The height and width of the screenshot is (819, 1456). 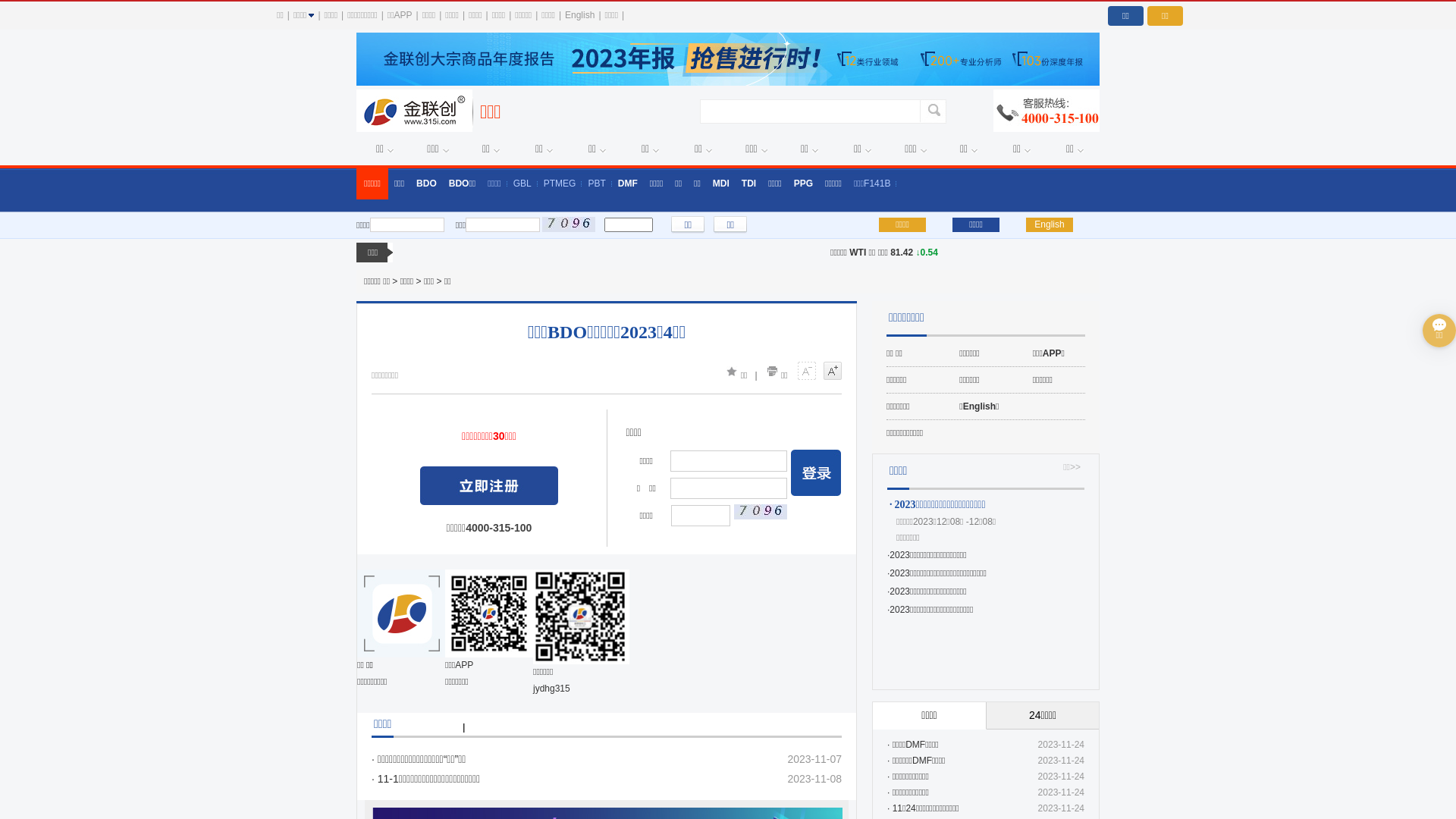 What do you see at coordinates (720, 183) in the screenshot?
I see `'MDI'` at bounding box center [720, 183].